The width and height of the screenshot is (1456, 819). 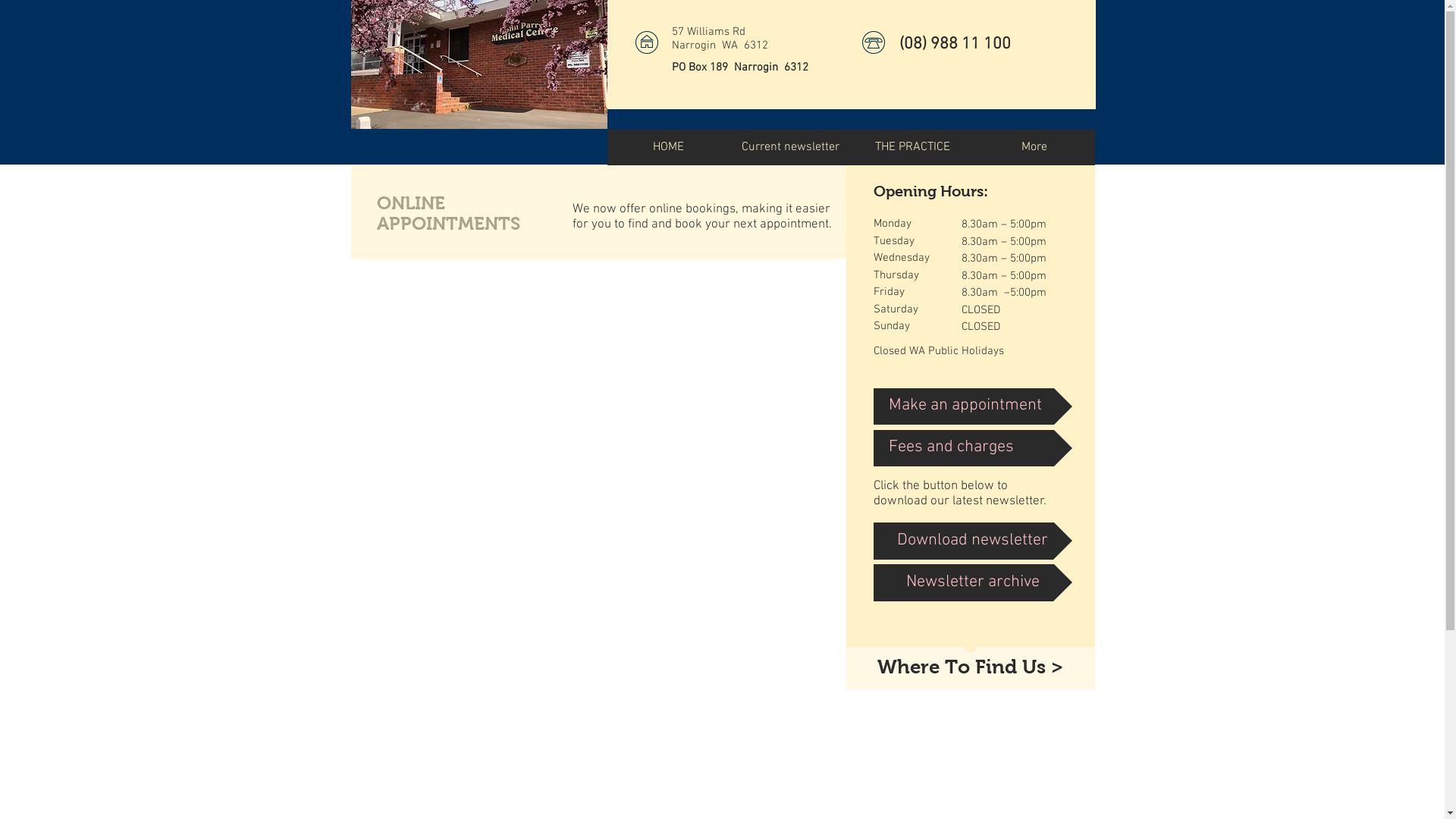 I want to click on 'HOME', so click(x=667, y=147).